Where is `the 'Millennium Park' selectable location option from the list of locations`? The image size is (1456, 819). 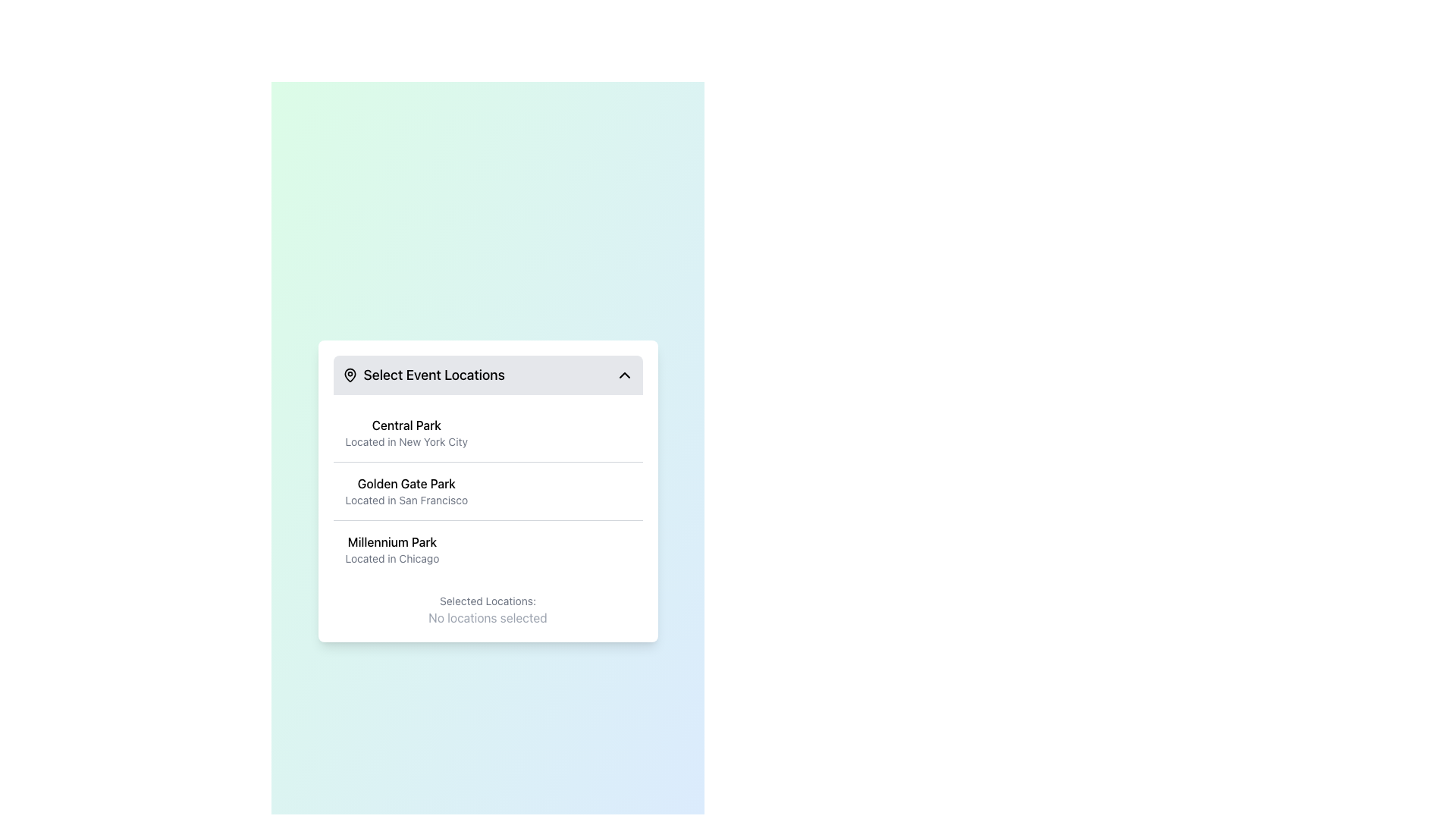
the 'Millennium Park' selectable location option from the list of locations is located at coordinates (392, 550).